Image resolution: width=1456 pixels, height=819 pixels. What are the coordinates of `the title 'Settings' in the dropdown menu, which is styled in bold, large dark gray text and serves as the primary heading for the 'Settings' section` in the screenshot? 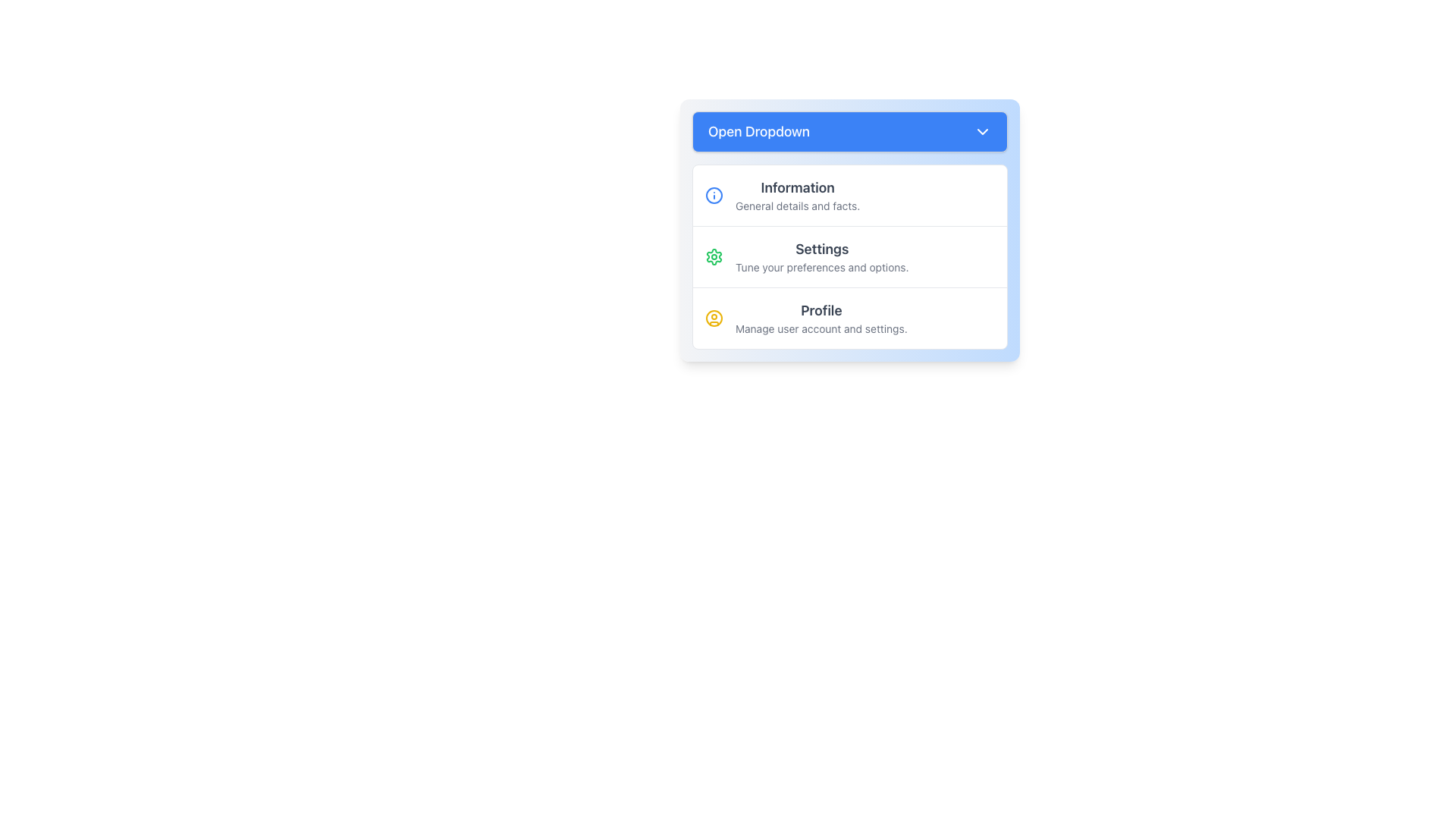 It's located at (821, 248).